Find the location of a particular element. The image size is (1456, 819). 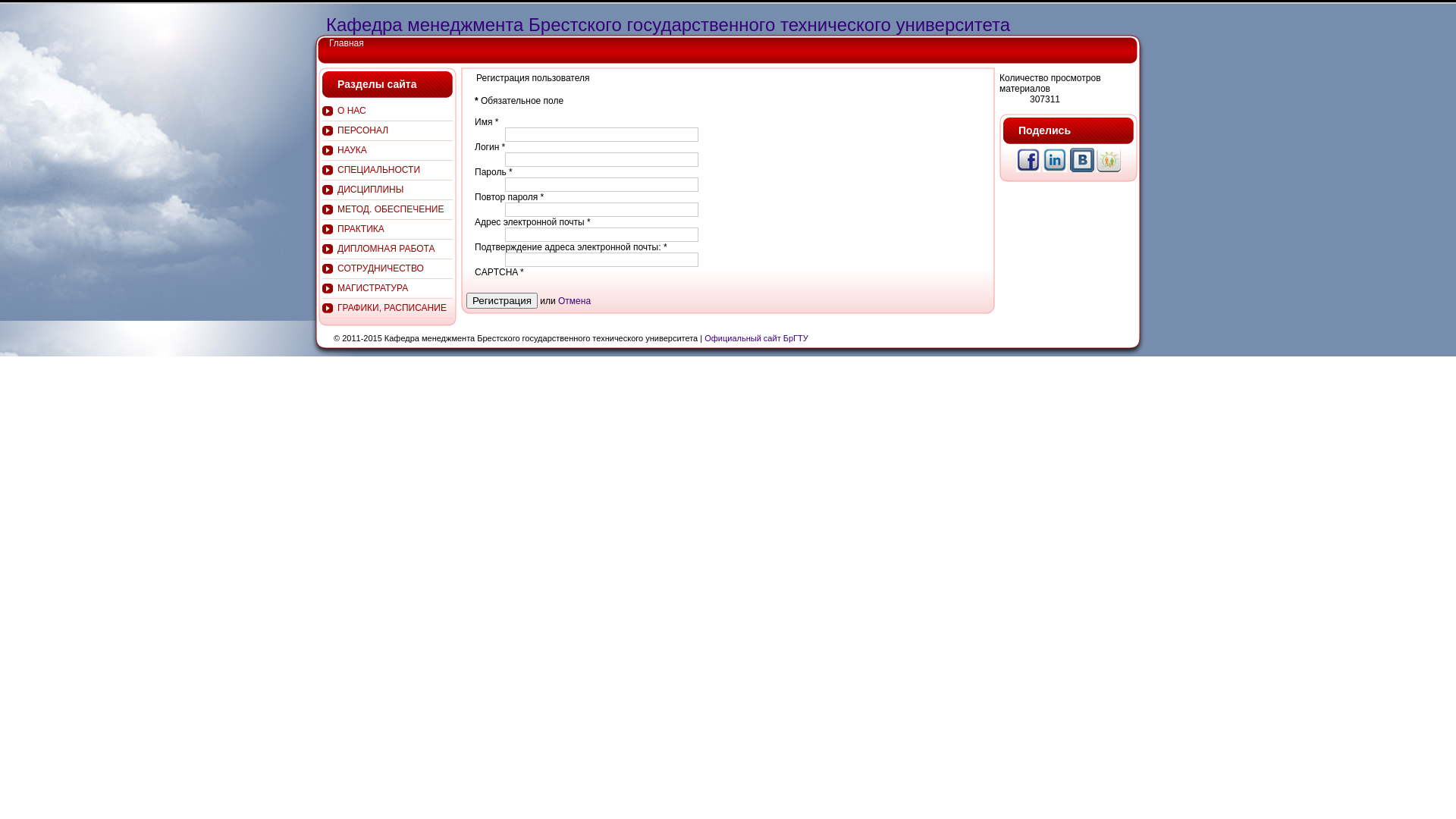

'MOD_MVSOCIALBUTTONS_SUBMIT' is located at coordinates (1082, 169).